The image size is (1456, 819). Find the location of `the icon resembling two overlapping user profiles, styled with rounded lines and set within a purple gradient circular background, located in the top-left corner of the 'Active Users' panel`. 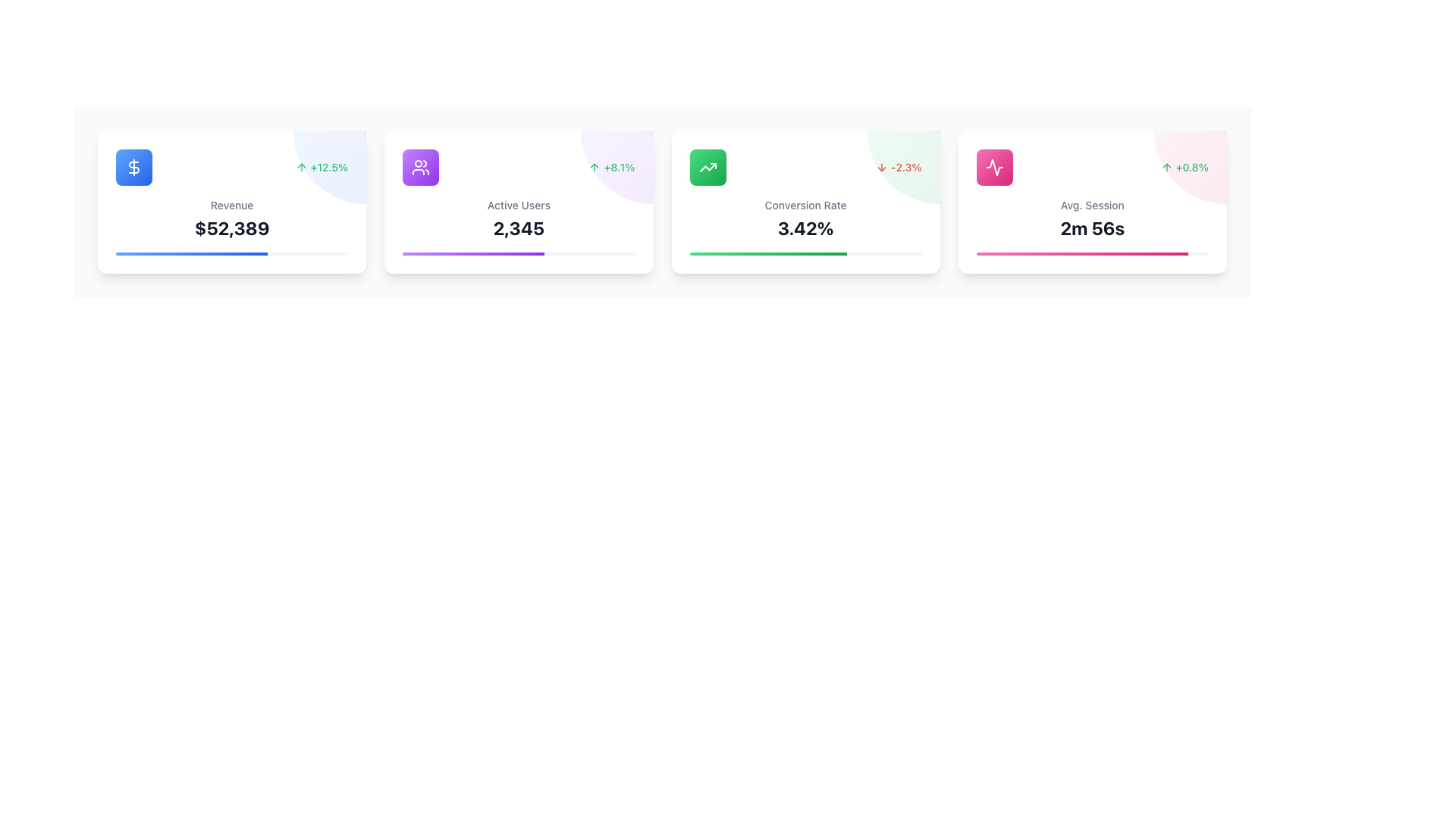

the icon resembling two overlapping user profiles, styled with rounded lines and set within a purple gradient circular background, located in the top-left corner of the 'Active Users' panel is located at coordinates (421, 167).